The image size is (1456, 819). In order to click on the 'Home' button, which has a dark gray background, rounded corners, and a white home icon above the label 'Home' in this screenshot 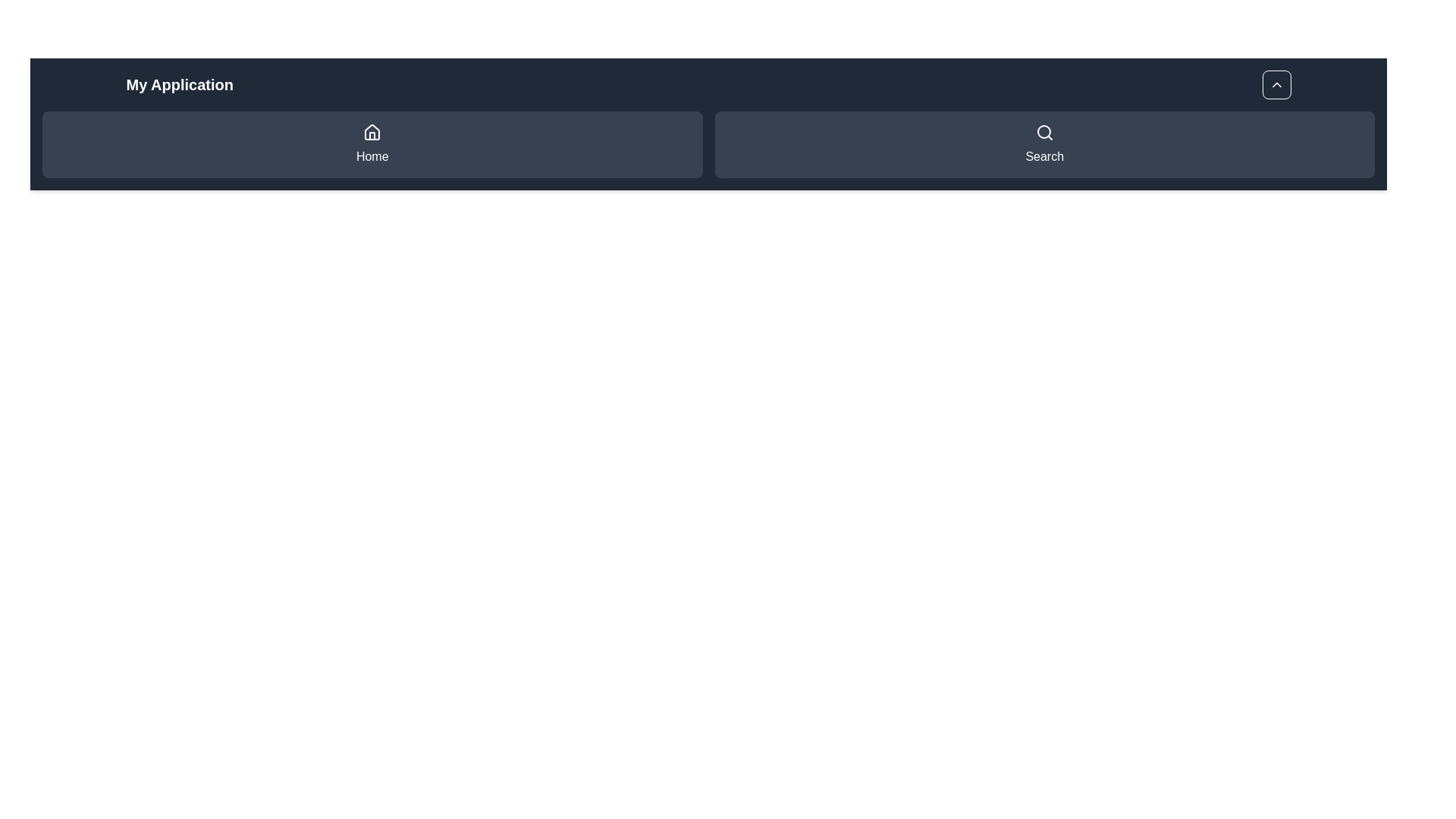, I will do `click(372, 145)`.